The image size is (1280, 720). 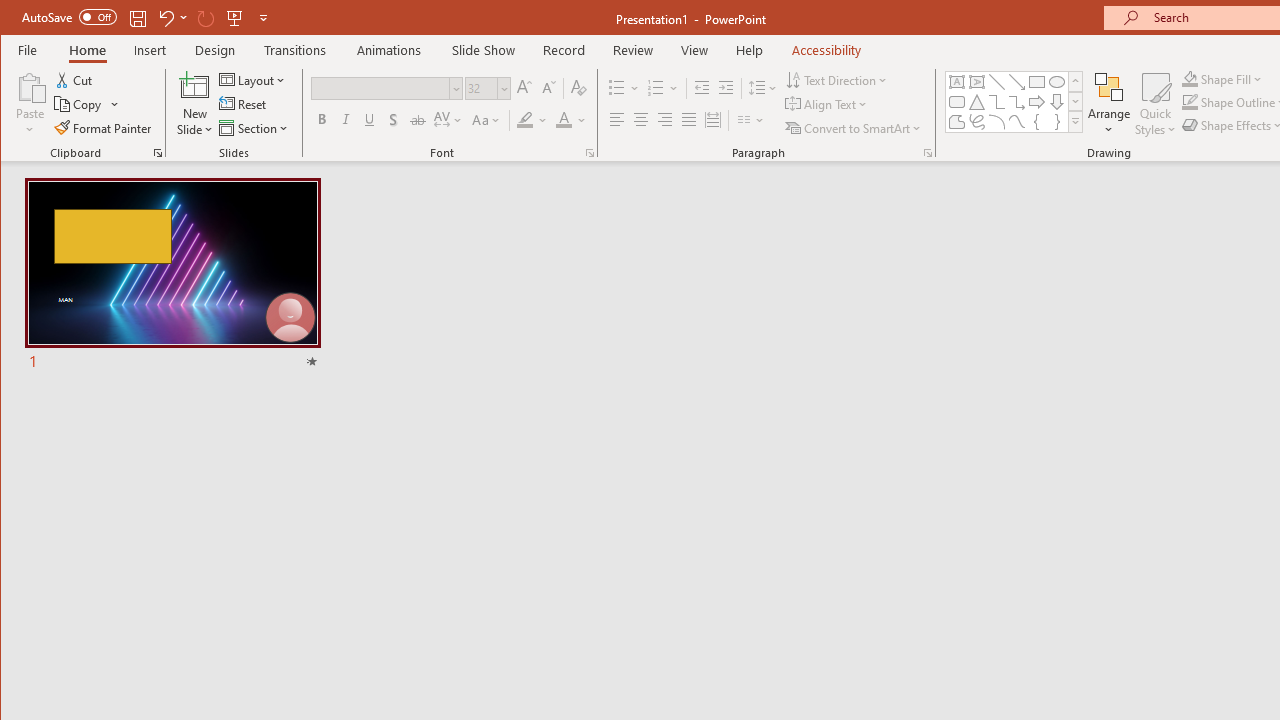 What do you see at coordinates (927, 152) in the screenshot?
I see `'Paragraph...'` at bounding box center [927, 152].